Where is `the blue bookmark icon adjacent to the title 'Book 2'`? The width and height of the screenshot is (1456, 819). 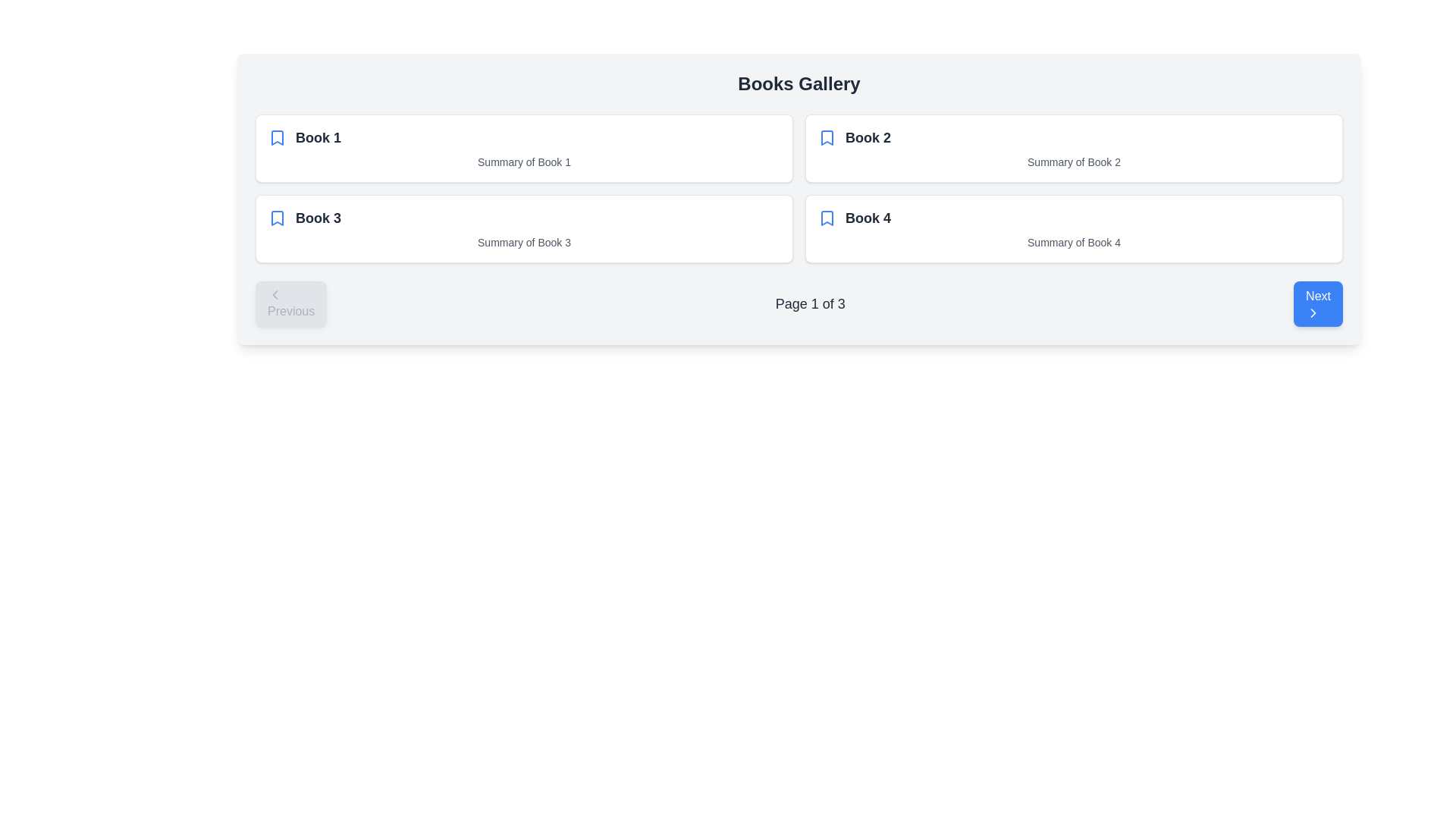 the blue bookmark icon adjacent to the title 'Book 2' is located at coordinates (826, 137).